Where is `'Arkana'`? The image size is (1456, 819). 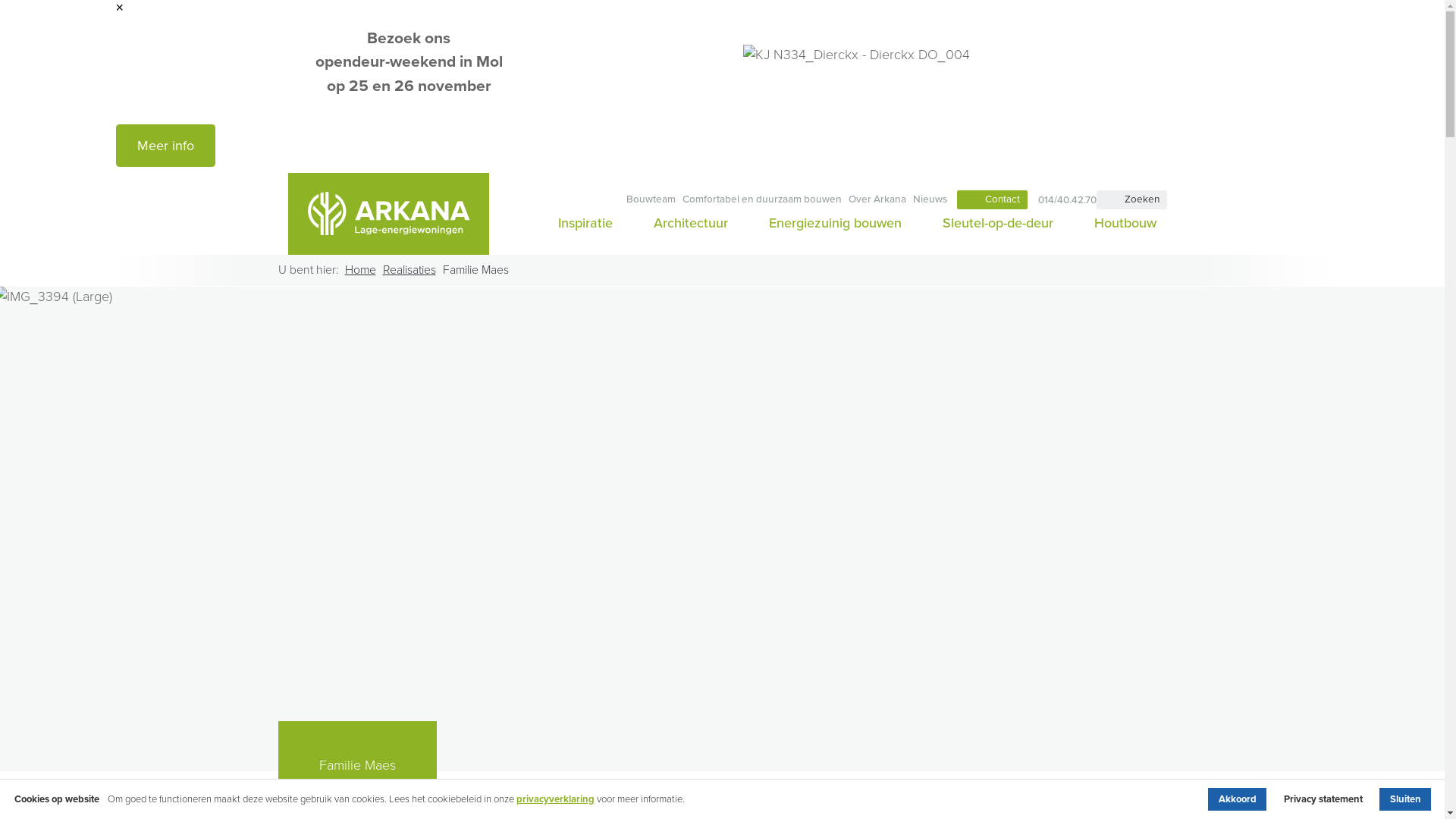
'Arkana' is located at coordinates (287, 213).